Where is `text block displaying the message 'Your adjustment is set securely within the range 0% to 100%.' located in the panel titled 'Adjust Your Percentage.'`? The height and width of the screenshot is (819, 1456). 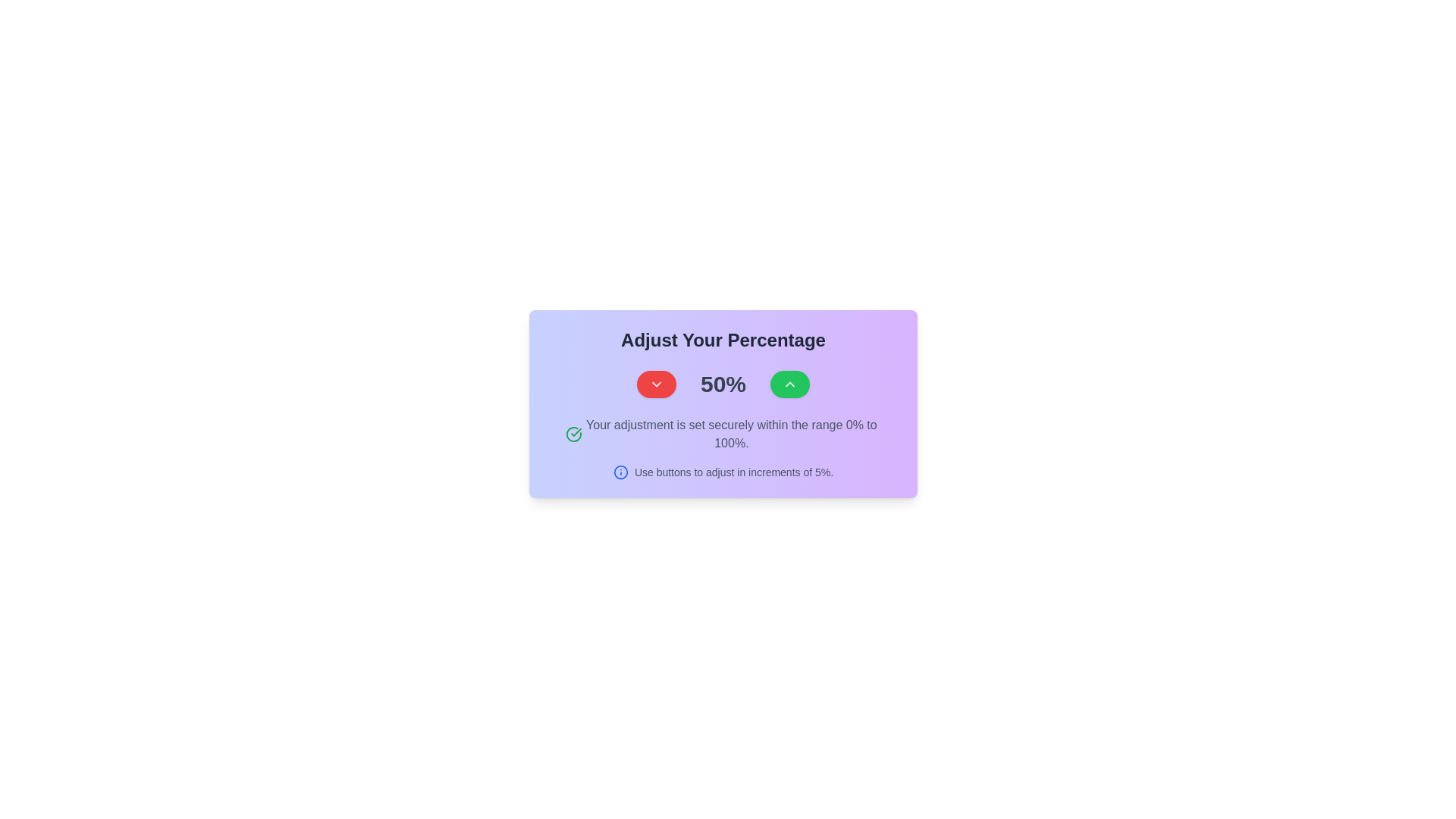 text block displaying the message 'Your adjustment is set securely within the range 0% to 100%.' located in the panel titled 'Adjust Your Percentage.' is located at coordinates (723, 435).